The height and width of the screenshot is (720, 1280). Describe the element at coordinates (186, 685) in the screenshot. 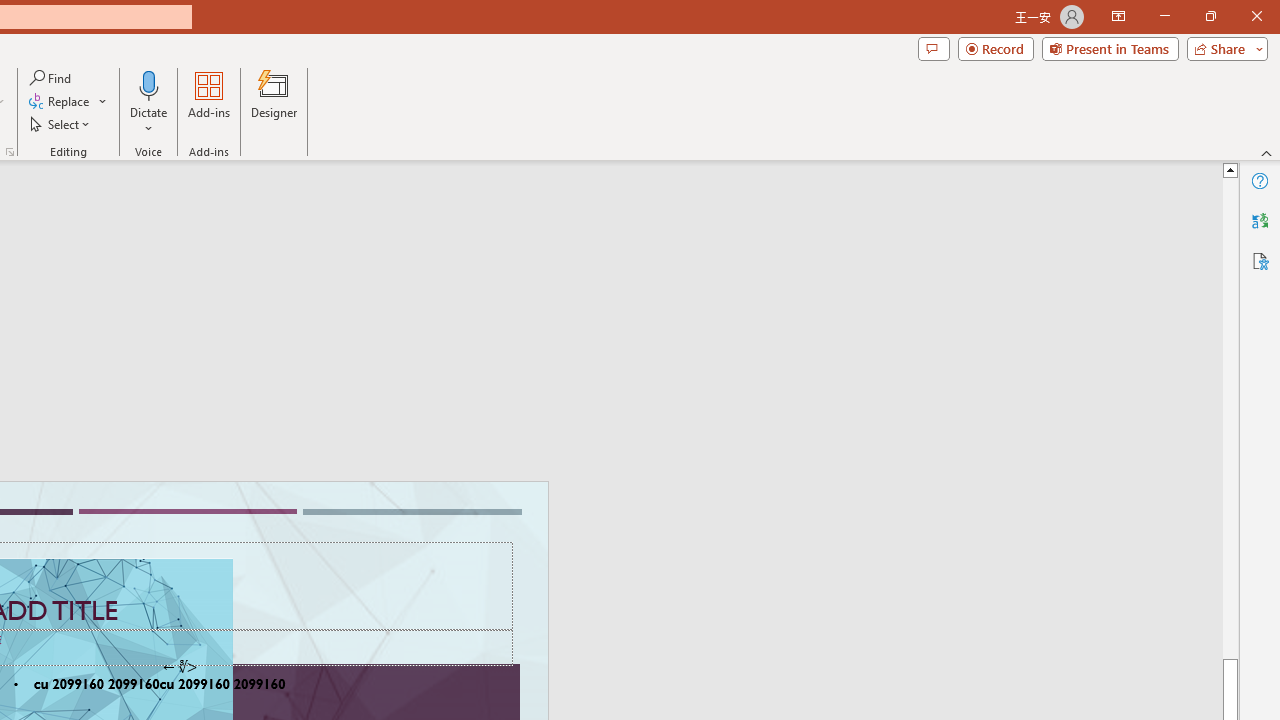

I see `'TextBox 61'` at that location.